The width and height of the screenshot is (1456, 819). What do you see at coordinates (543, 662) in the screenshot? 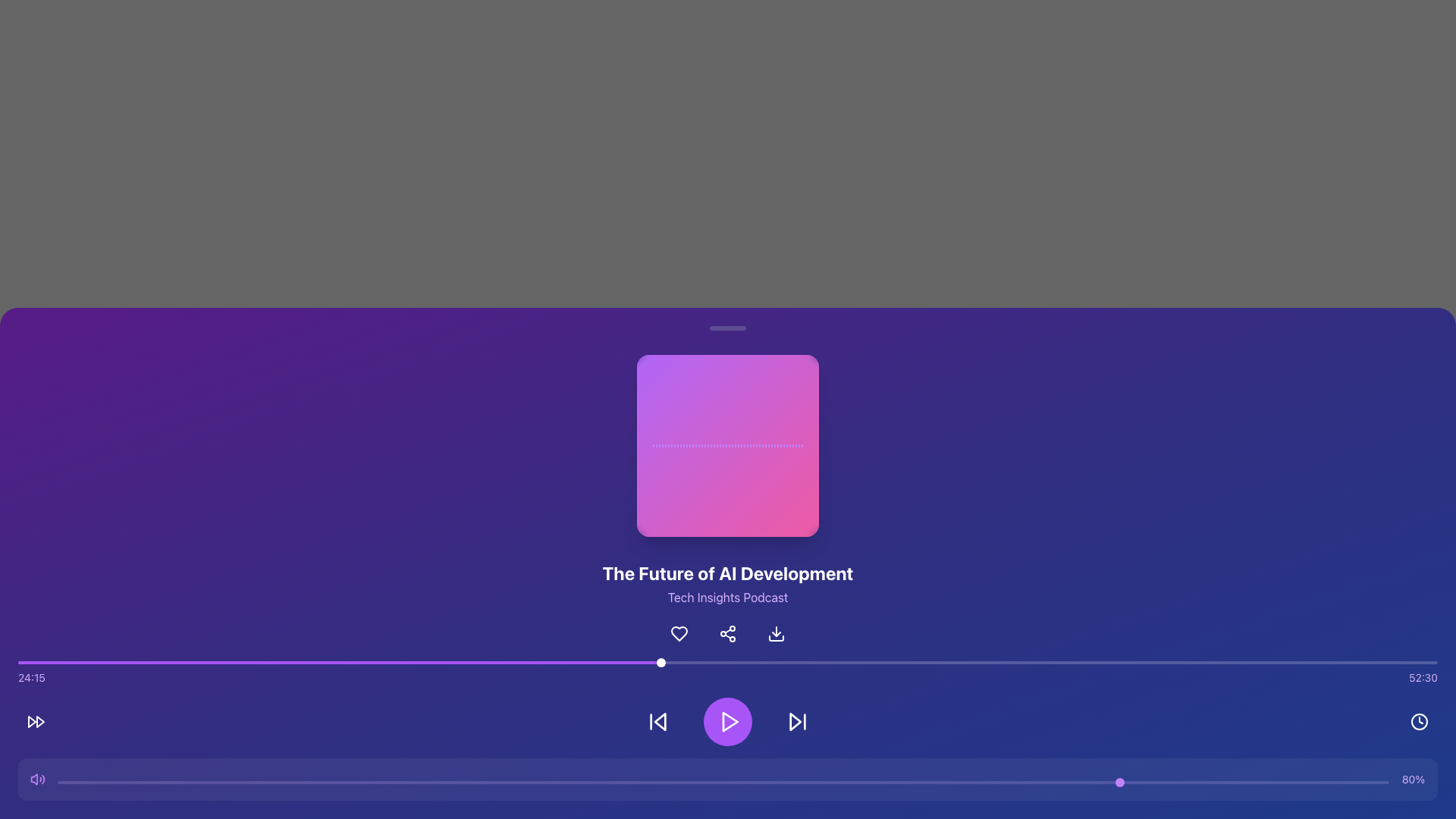
I see `progress` at bounding box center [543, 662].